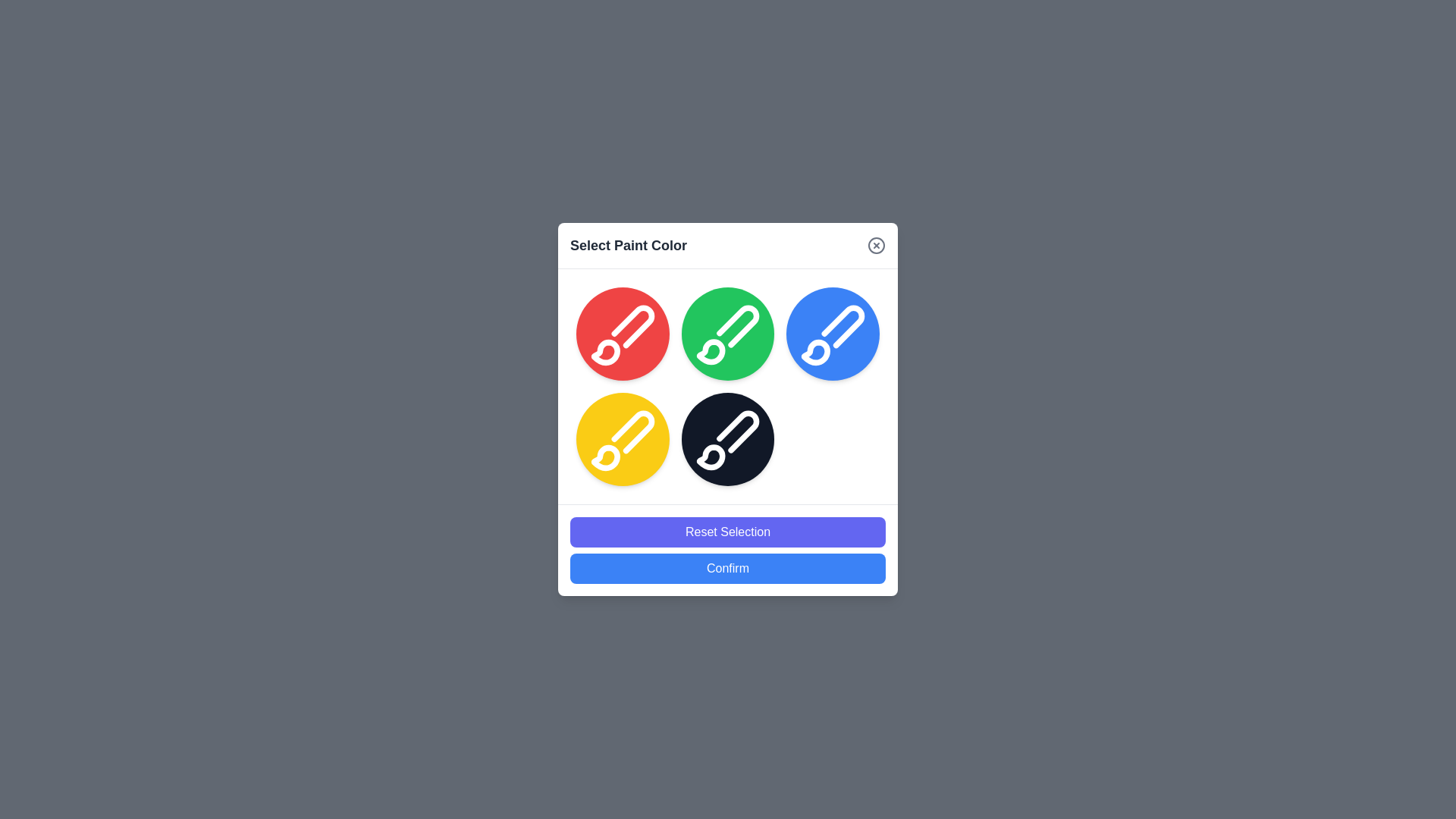 The height and width of the screenshot is (819, 1456). Describe the element at coordinates (622, 332) in the screenshot. I see `the color circle corresponding to red` at that location.